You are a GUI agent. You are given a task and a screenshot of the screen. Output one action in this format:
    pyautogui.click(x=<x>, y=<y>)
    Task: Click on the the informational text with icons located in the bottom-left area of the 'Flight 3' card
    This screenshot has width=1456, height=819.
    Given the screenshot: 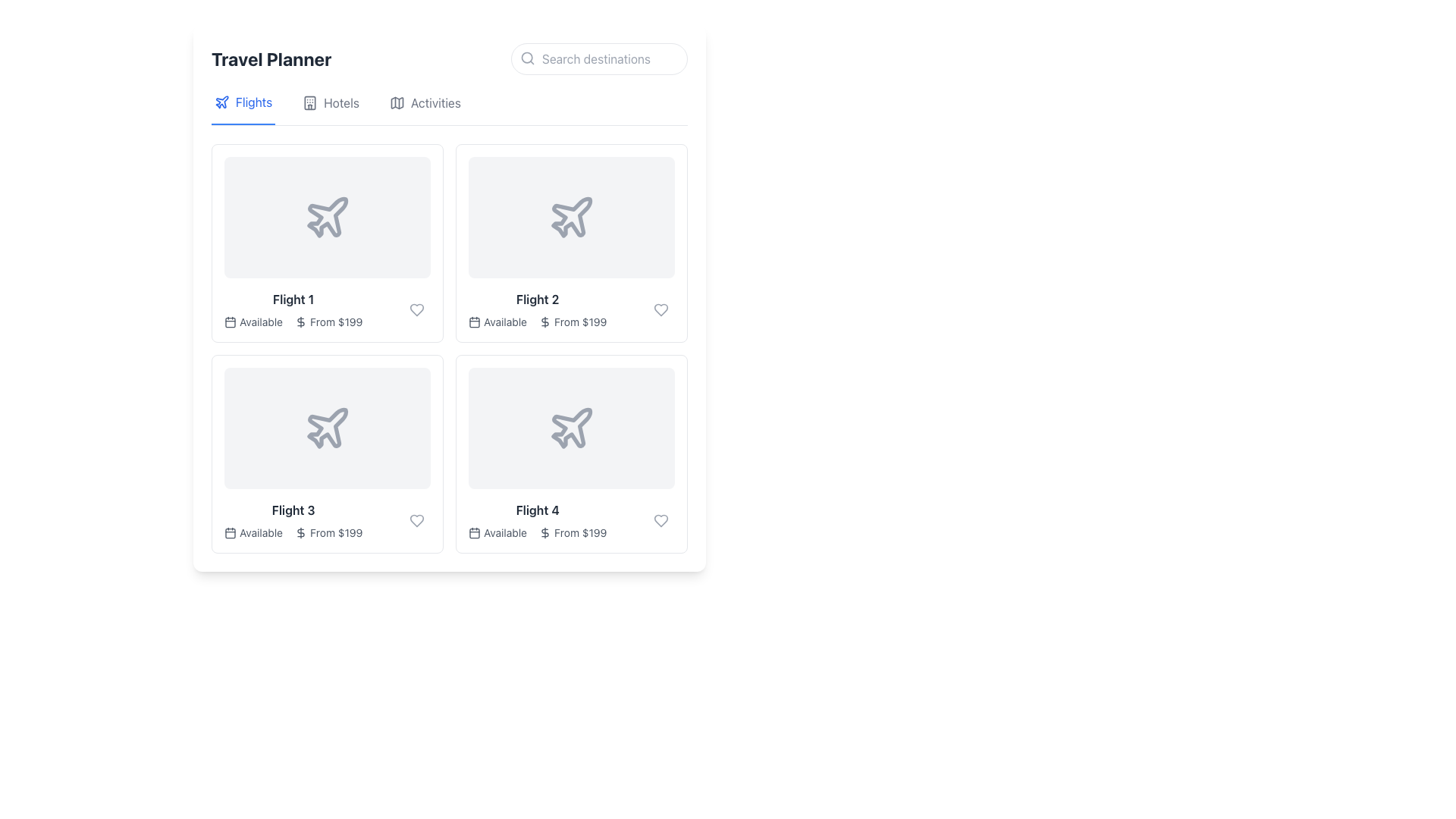 What is the action you would take?
    pyautogui.click(x=293, y=532)
    